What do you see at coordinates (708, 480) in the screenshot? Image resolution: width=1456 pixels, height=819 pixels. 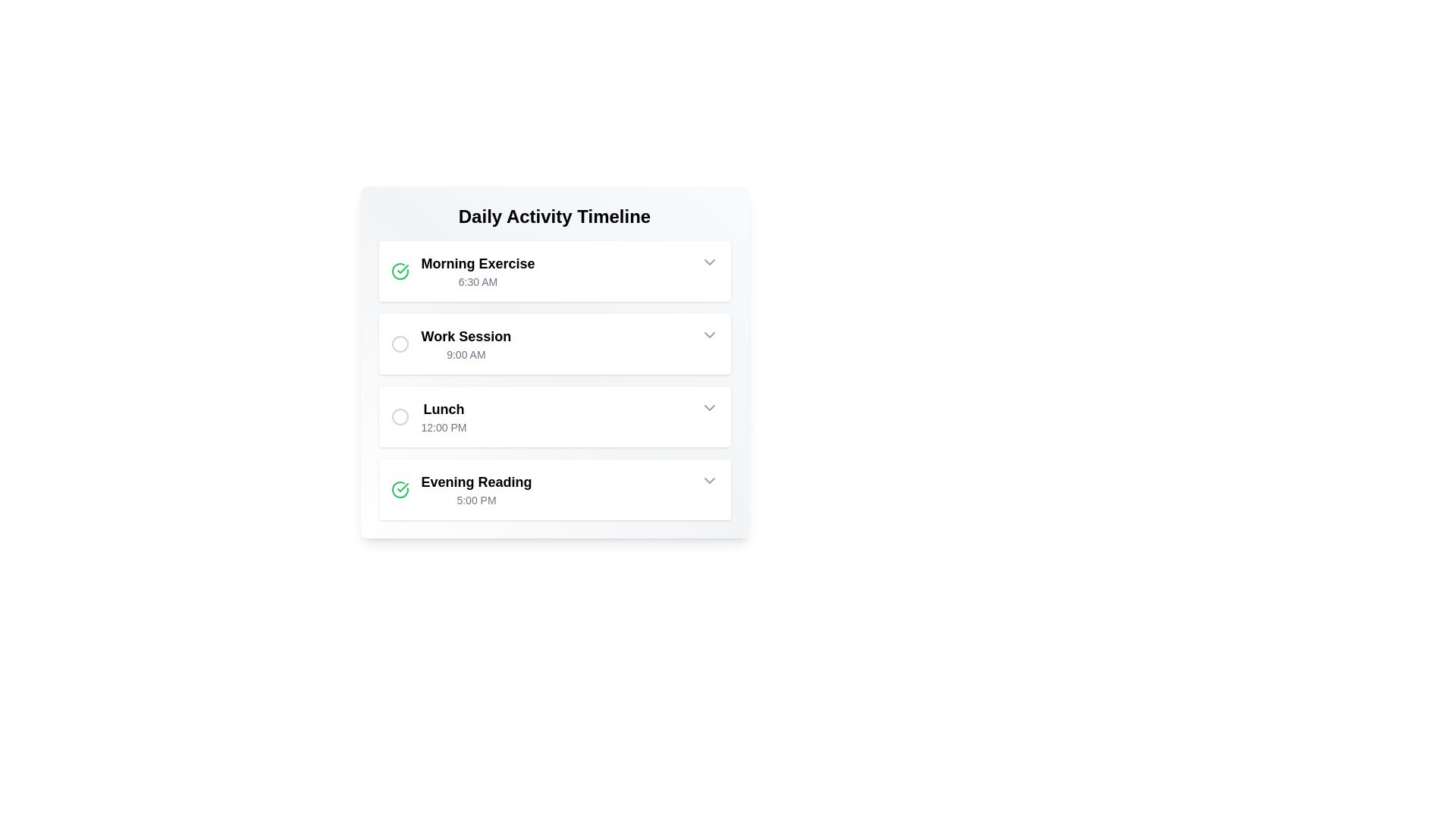 I see `the chevron-down icon on the Dropdown toggle button` at bounding box center [708, 480].